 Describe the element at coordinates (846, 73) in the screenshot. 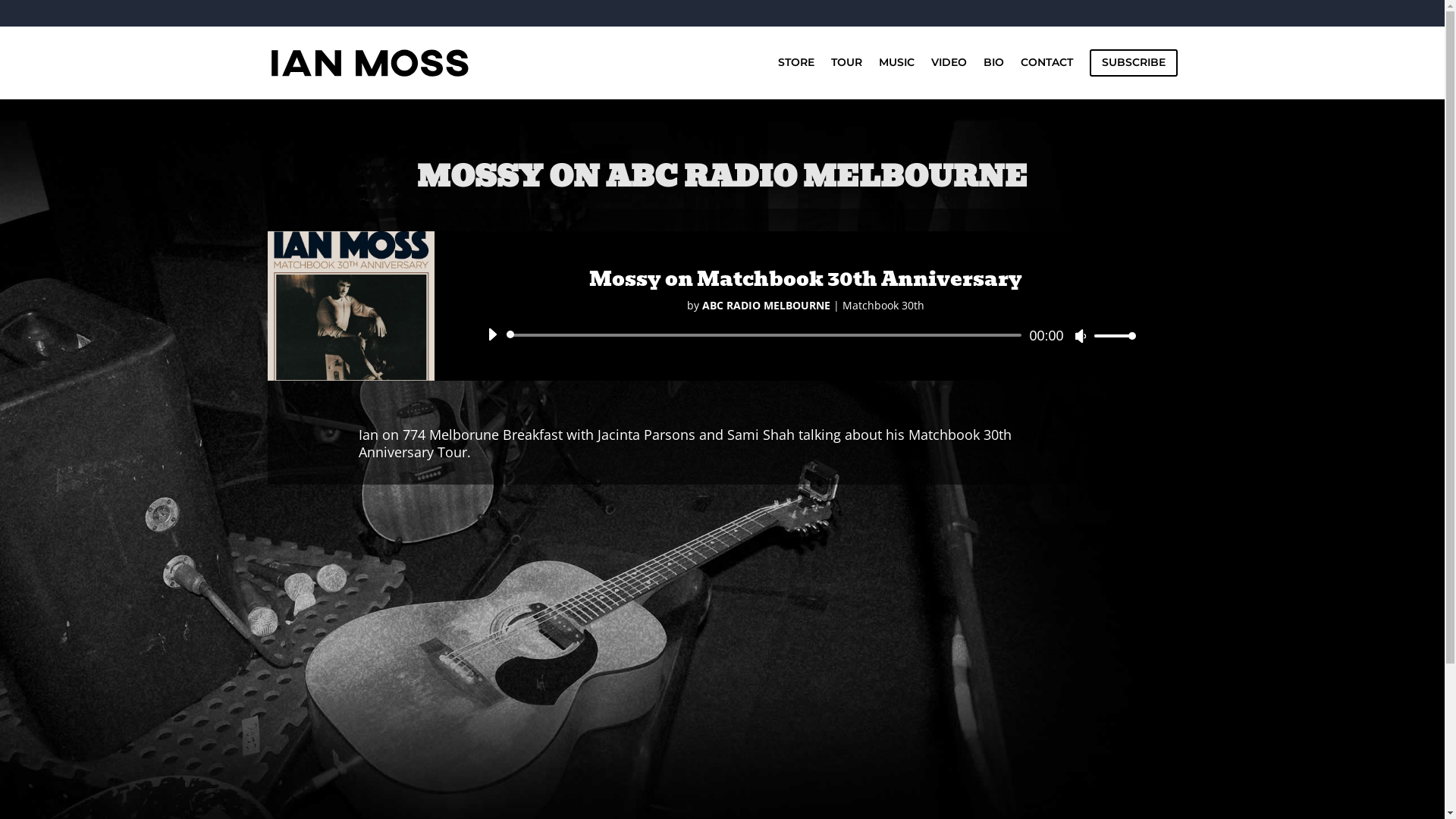

I see `'TOUR'` at that location.